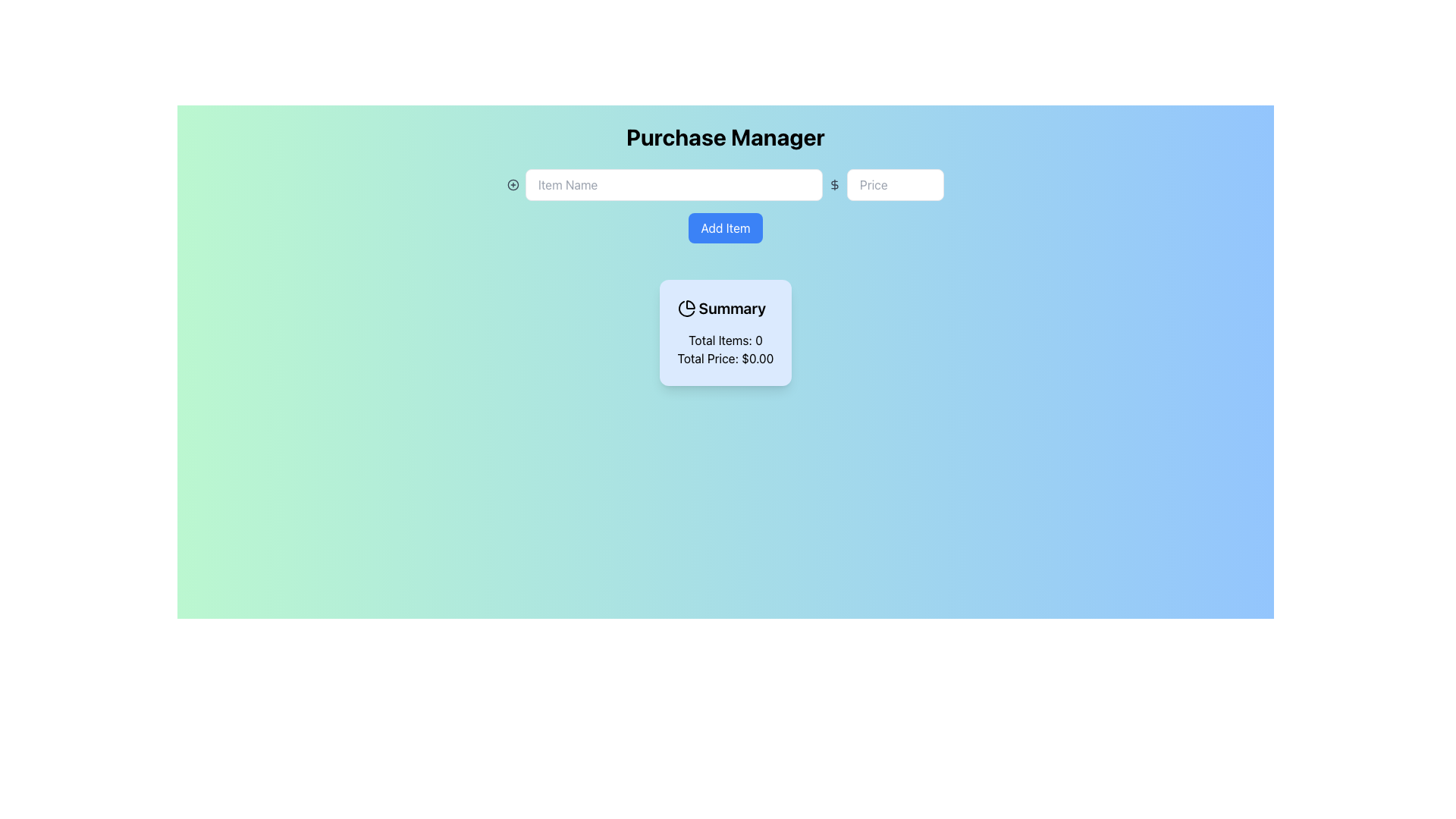 The height and width of the screenshot is (819, 1456). What do you see at coordinates (686, 308) in the screenshot?
I see `the pie chart icon located in the centered panel labeled 'Summary', which is positioned immediately left of the text 'Summary'` at bounding box center [686, 308].